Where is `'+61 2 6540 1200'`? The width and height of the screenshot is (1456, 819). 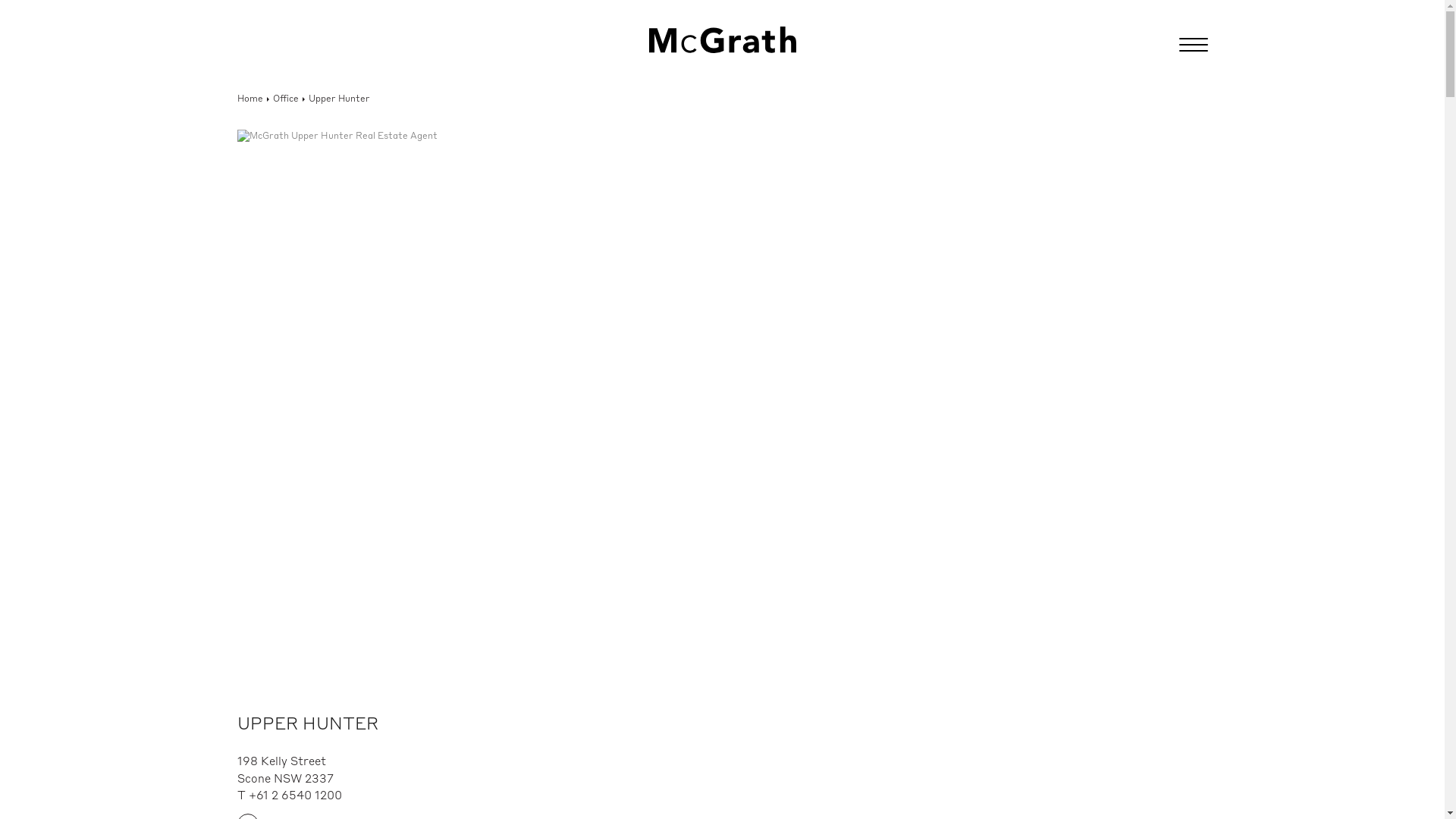 '+61 2 6540 1200' is located at coordinates (295, 795).